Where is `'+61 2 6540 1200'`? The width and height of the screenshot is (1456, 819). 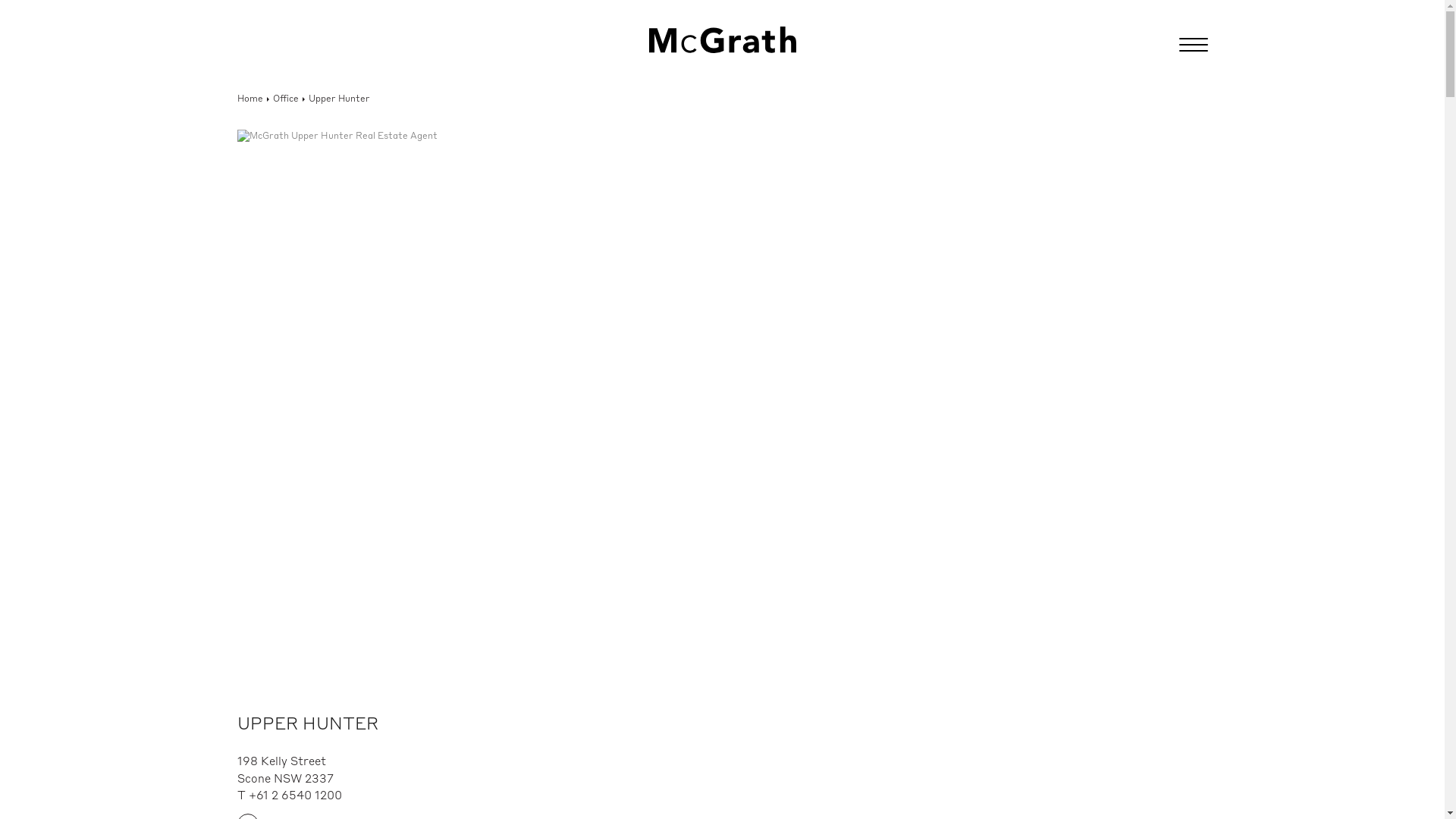 '+61 2 6540 1200' is located at coordinates (295, 795).